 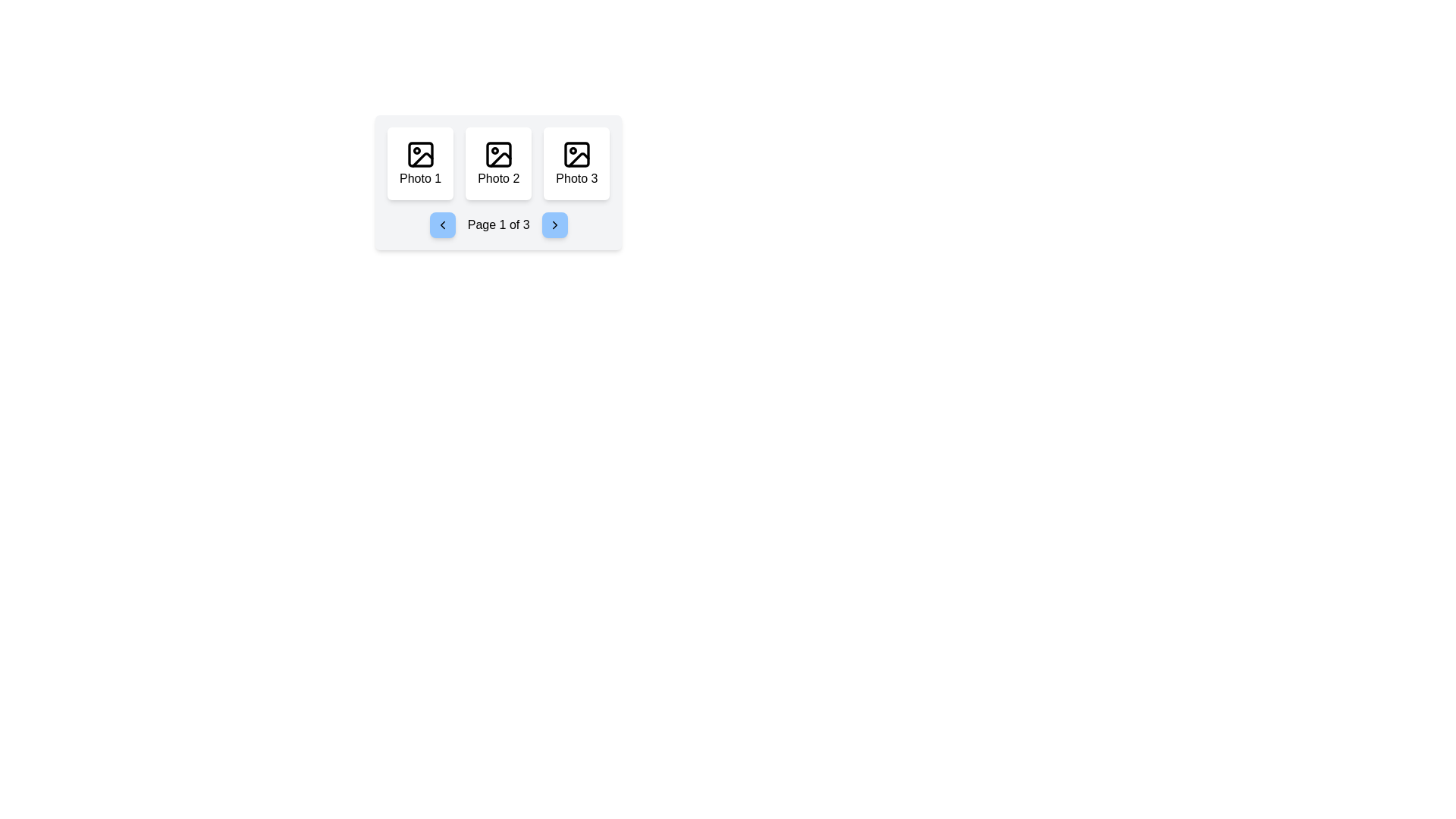 I want to click on the navigation icon located on the right side of the navigation bar to proceed to the next page of the gallery, so click(x=554, y=225).